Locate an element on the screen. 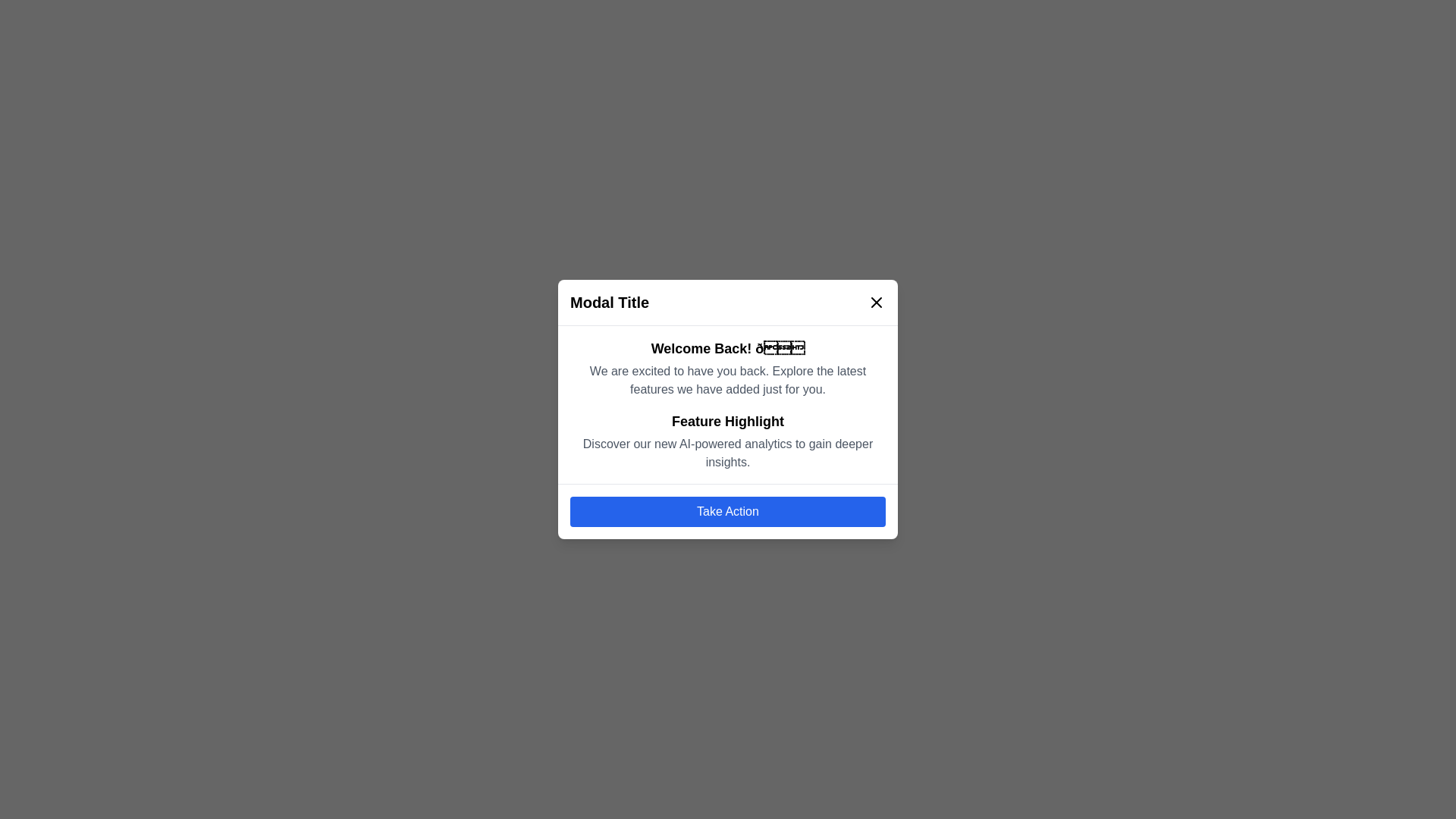  text from the upper text block that starts with 'Welcome Back!' and contains a message inviting the user back while highlighting new features is located at coordinates (728, 369).